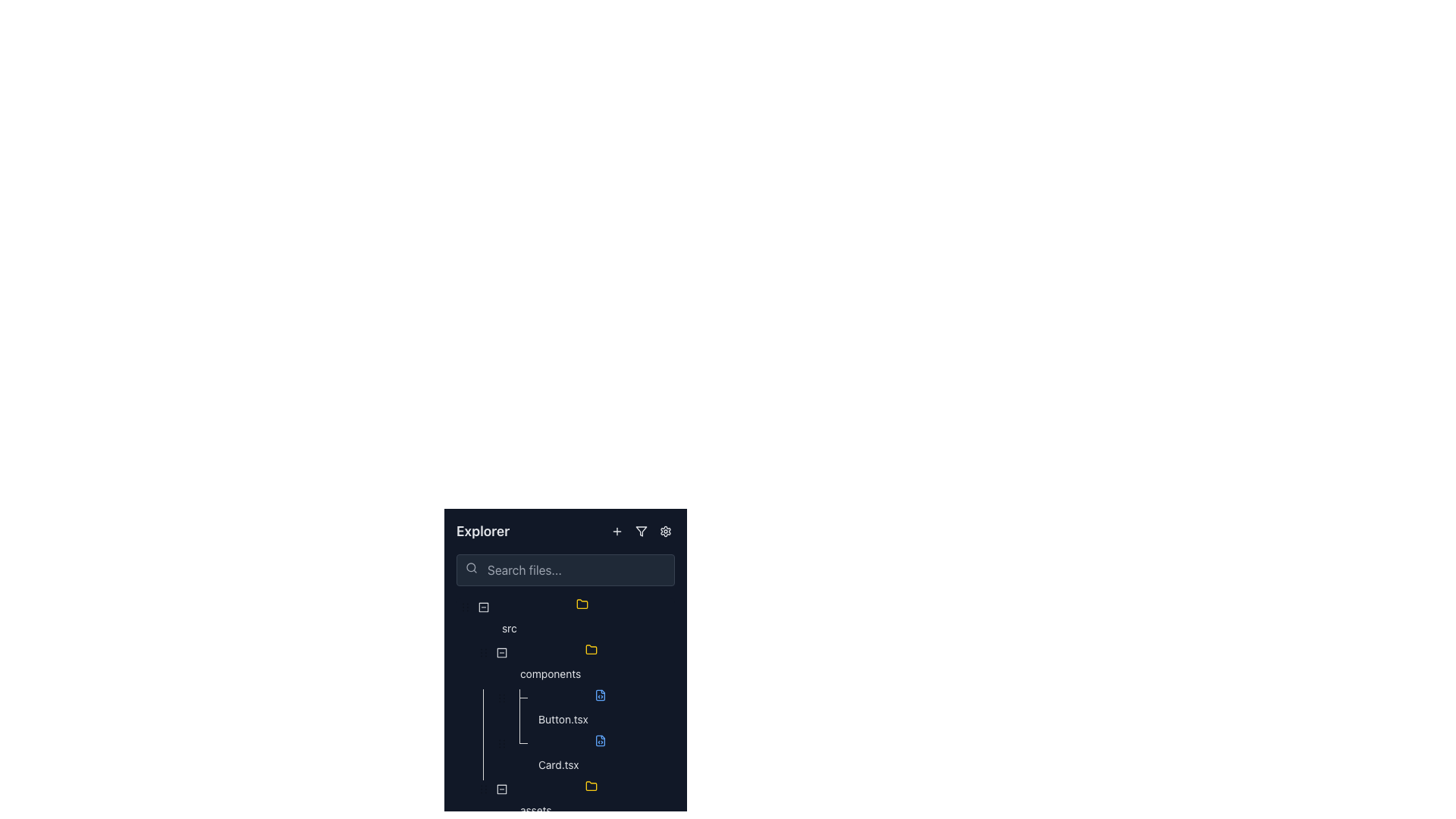  Describe the element at coordinates (603, 755) in the screenshot. I see `the 'Card.tsx' file node in the navigation tree` at that location.